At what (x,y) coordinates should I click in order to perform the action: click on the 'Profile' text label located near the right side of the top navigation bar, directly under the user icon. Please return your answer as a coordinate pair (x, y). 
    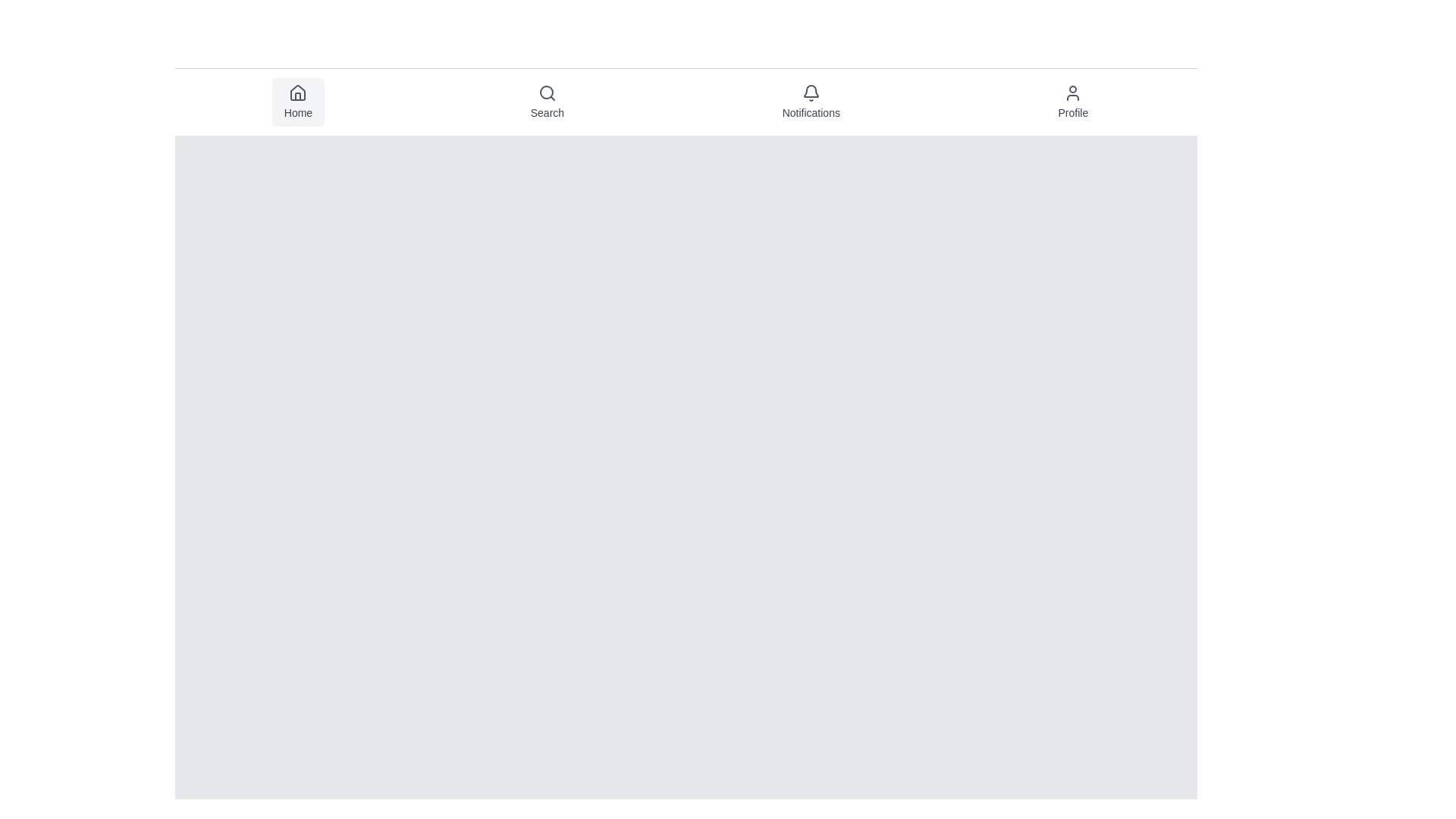
    Looking at the image, I should click on (1072, 112).